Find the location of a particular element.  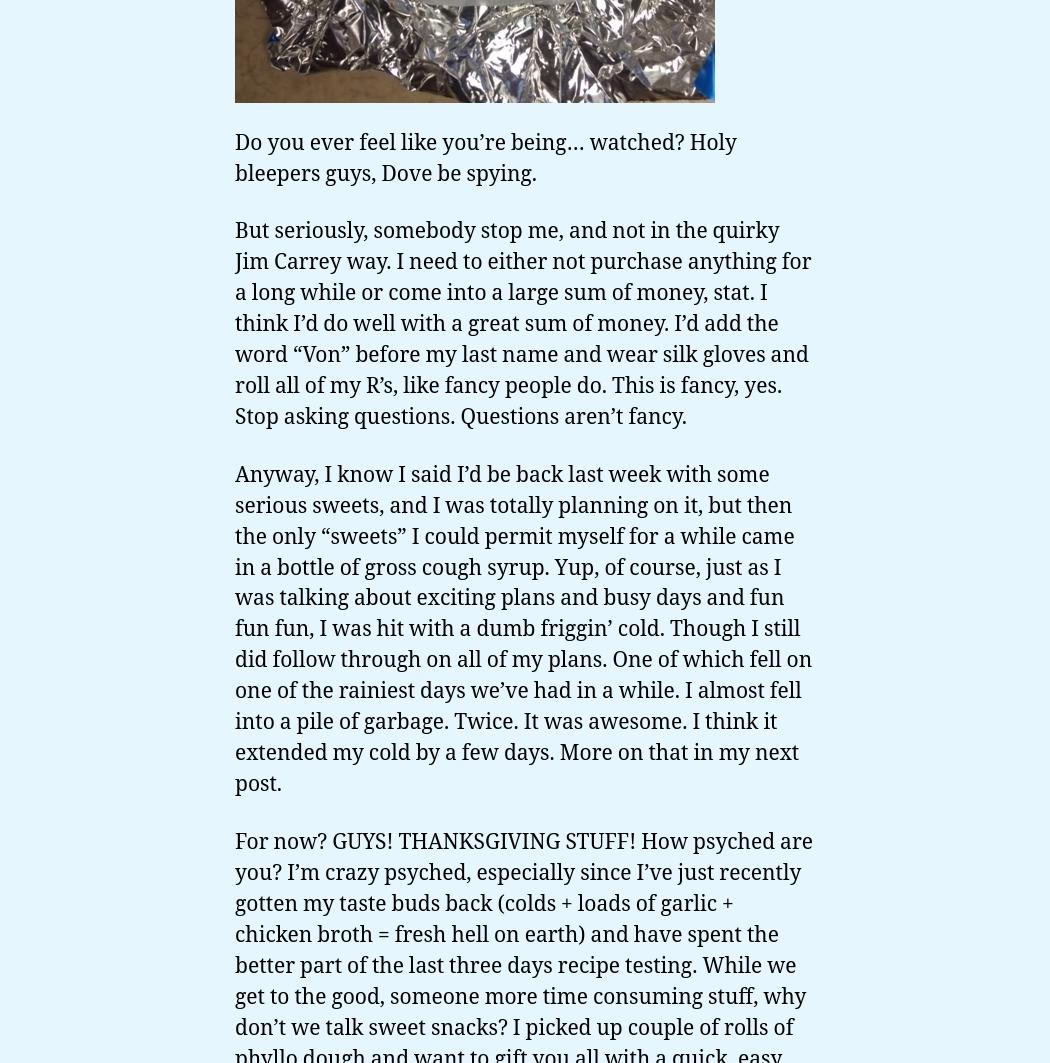

'Breads' is located at coordinates (39, 829).